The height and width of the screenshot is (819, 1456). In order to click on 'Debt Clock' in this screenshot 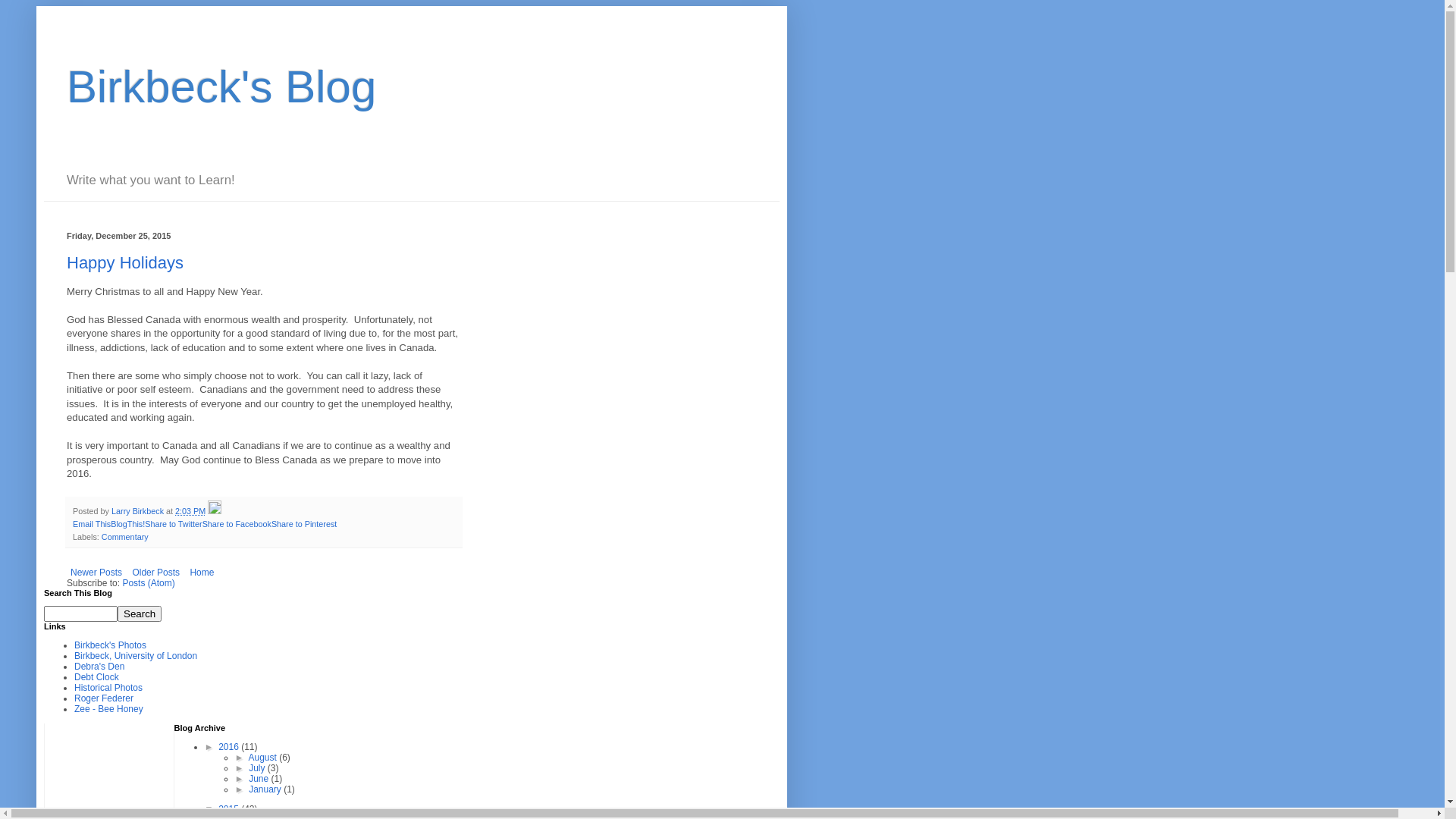, I will do `click(96, 676)`.